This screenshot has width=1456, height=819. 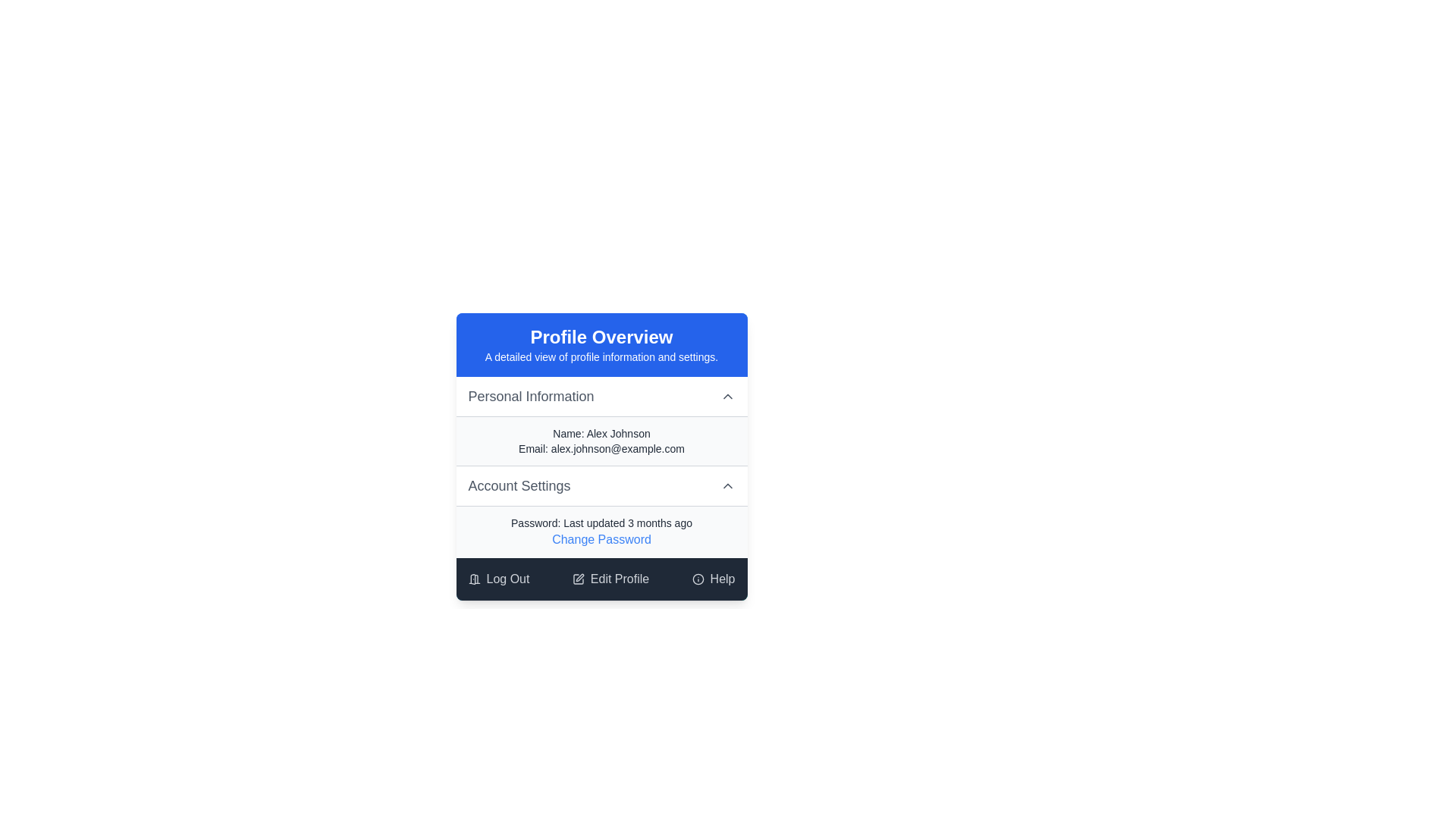 I want to click on the static text element that serves as a header or title, positioned above the text 'A detailed view of profile information and settings.', so click(x=601, y=336).